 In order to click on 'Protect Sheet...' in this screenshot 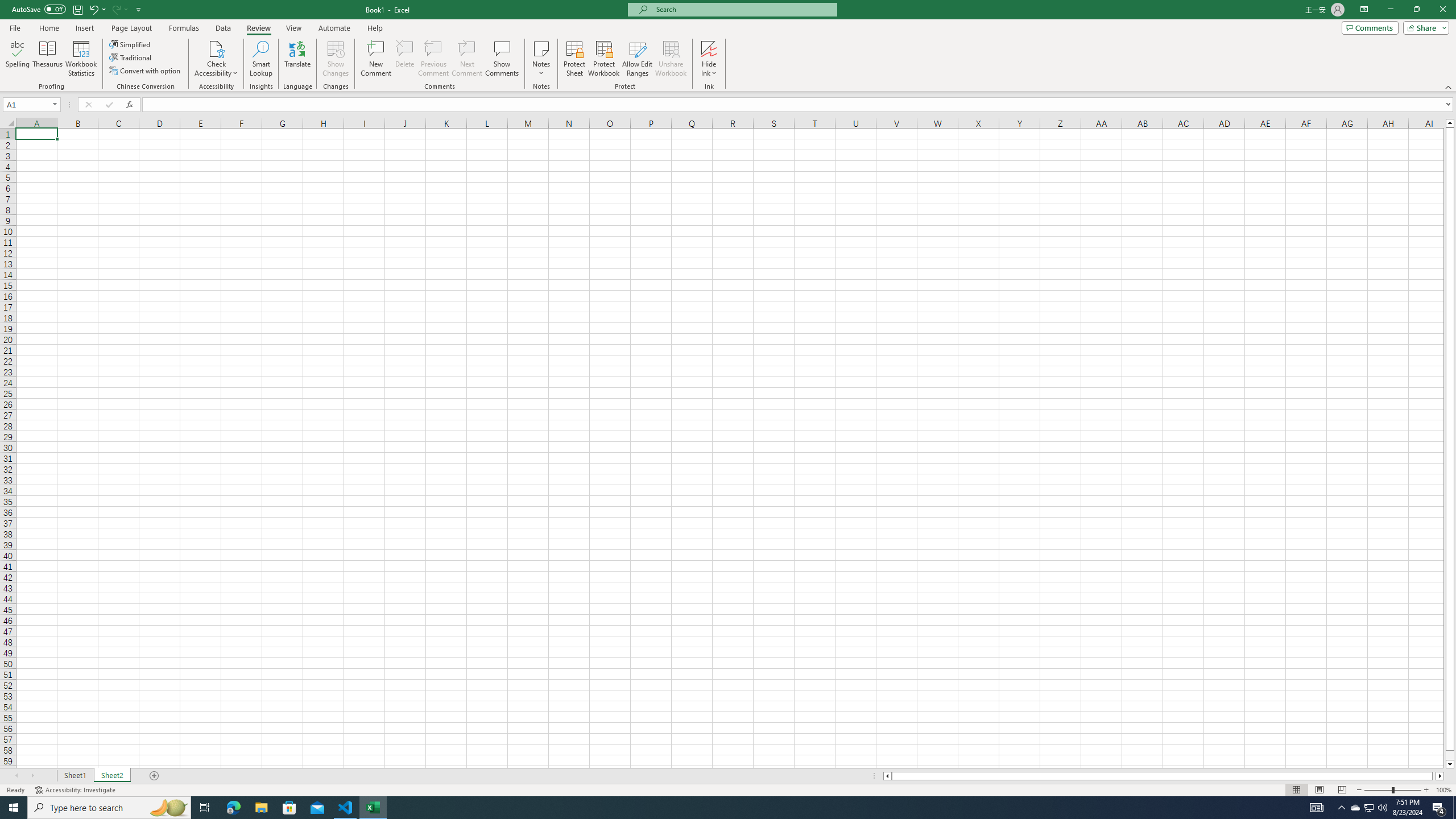, I will do `click(573, 59)`.